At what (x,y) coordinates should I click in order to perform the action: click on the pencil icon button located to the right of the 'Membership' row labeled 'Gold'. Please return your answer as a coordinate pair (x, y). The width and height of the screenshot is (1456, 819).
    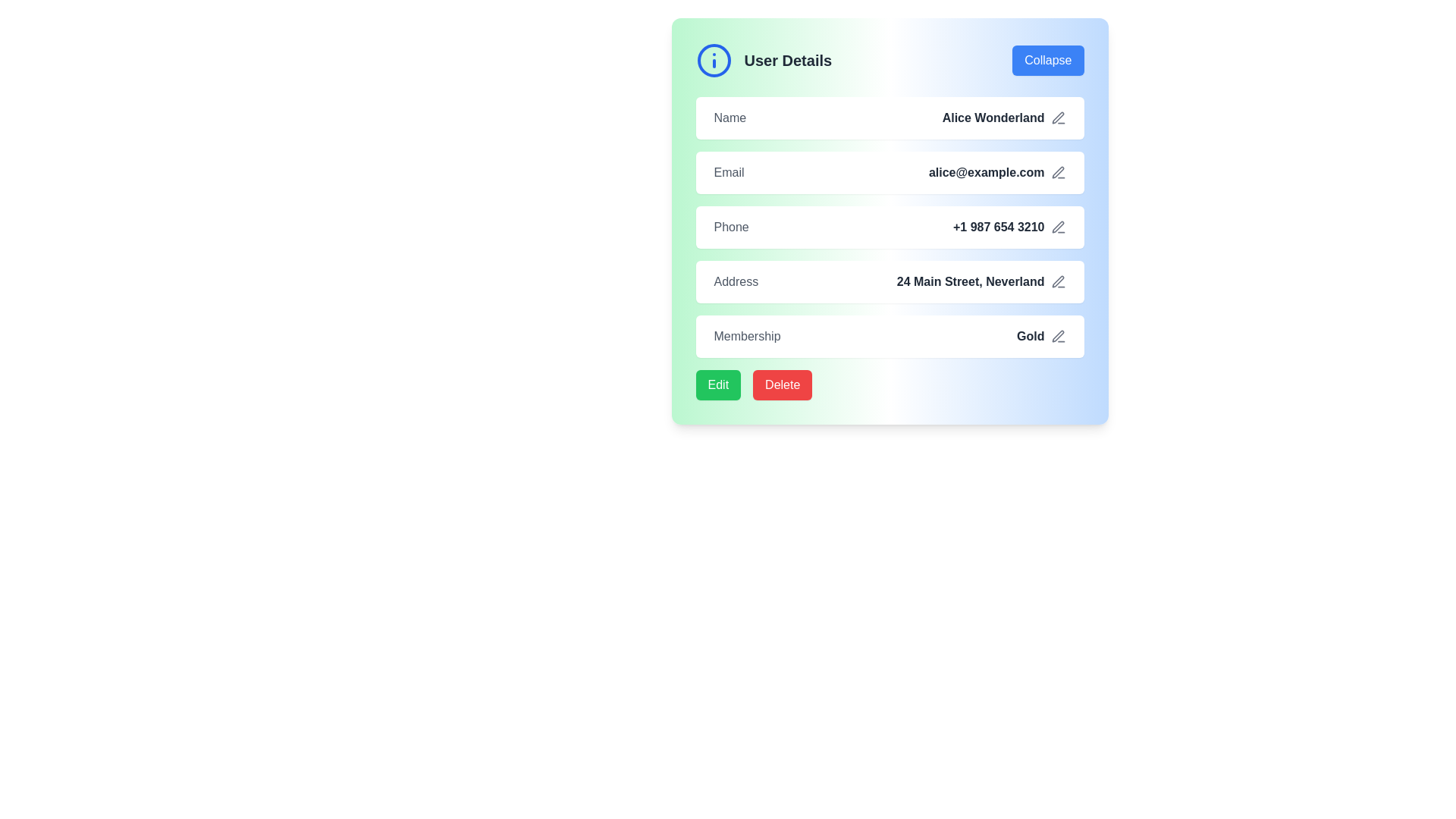
    Looking at the image, I should click on (1057, 335).